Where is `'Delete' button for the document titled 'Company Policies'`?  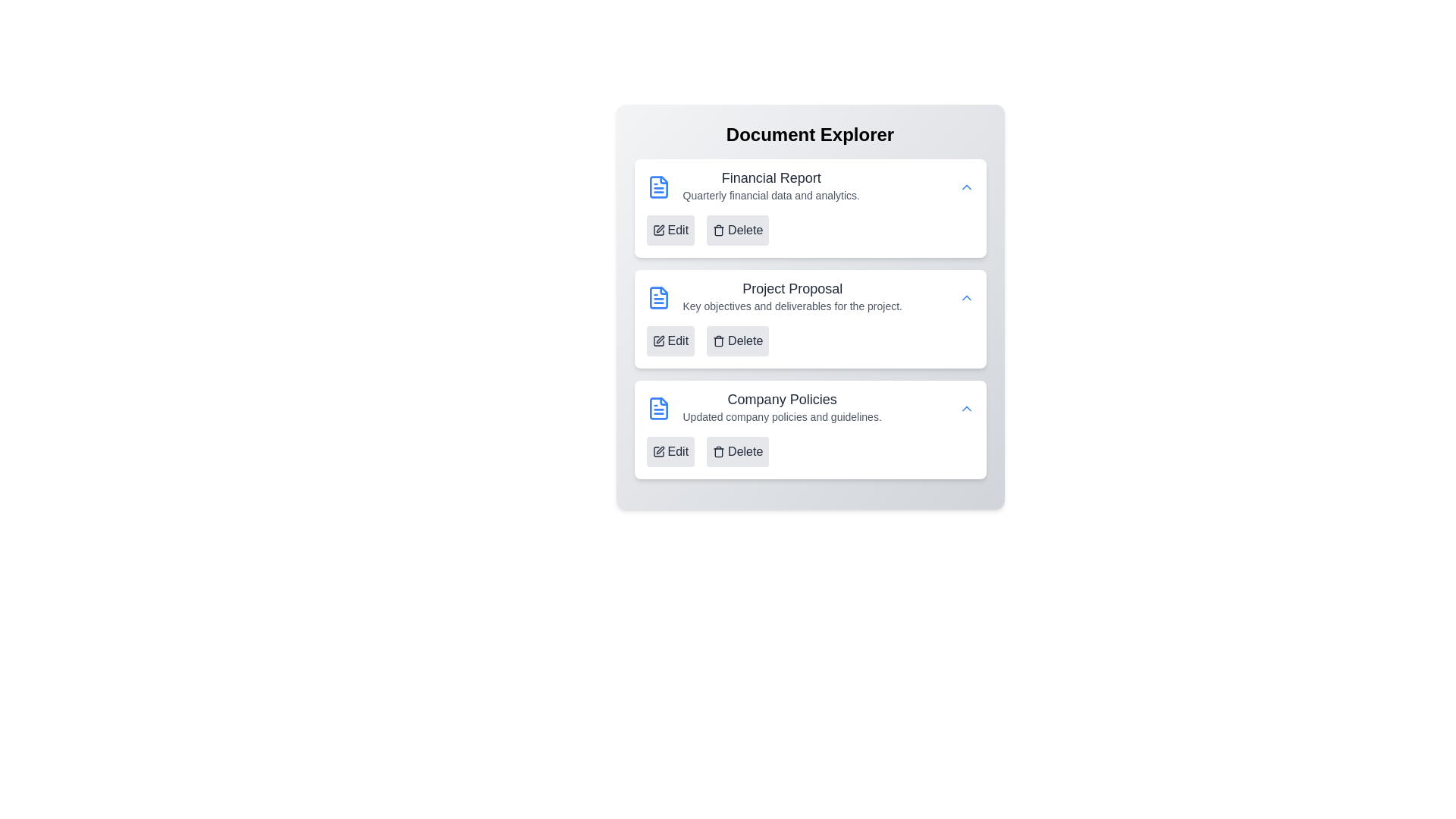 'Delete' button for the document titled 'Company Policies' is located at coordinates (738, 451).